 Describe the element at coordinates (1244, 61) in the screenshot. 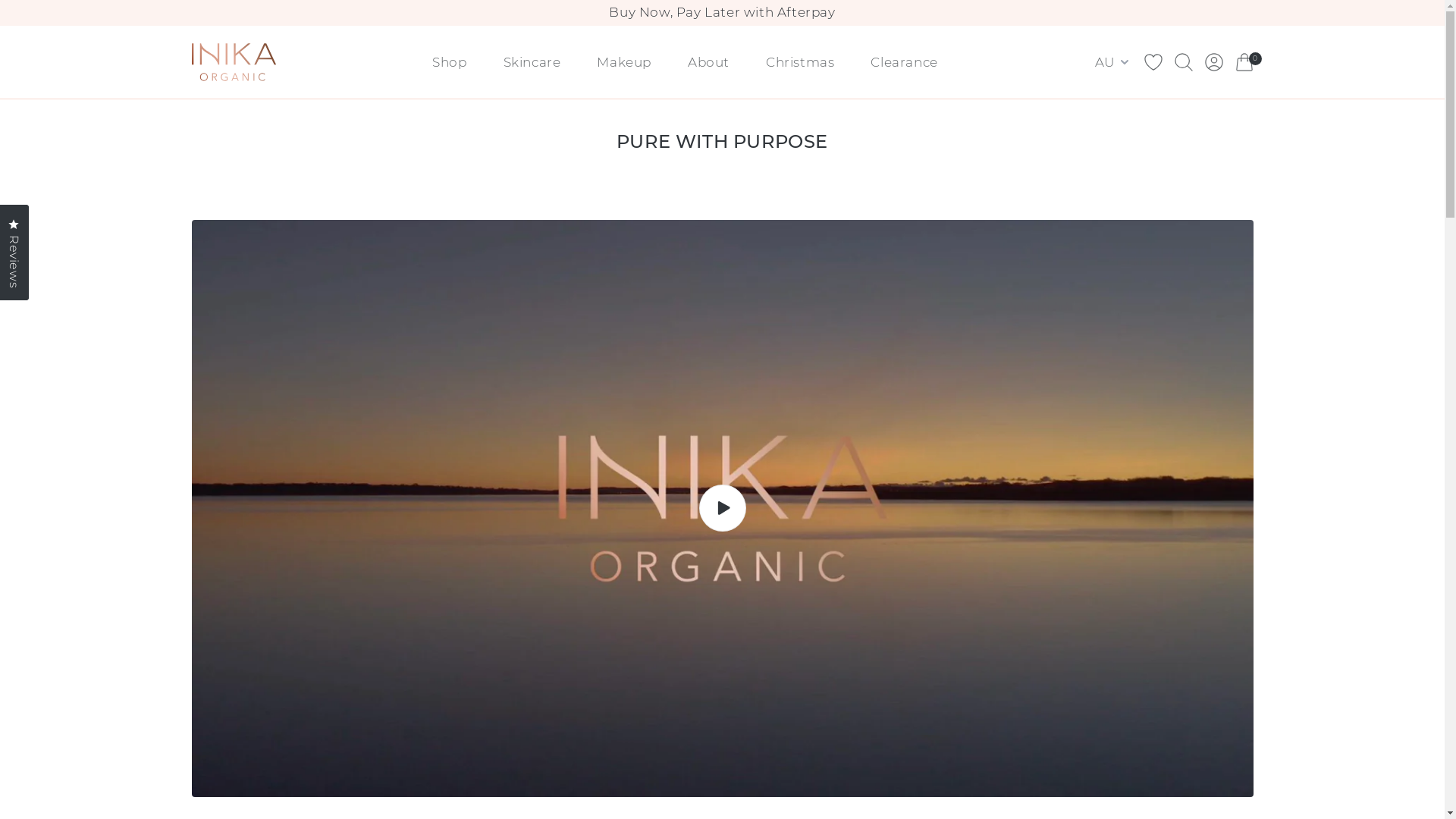

I see `'Cart Icon` at that location.